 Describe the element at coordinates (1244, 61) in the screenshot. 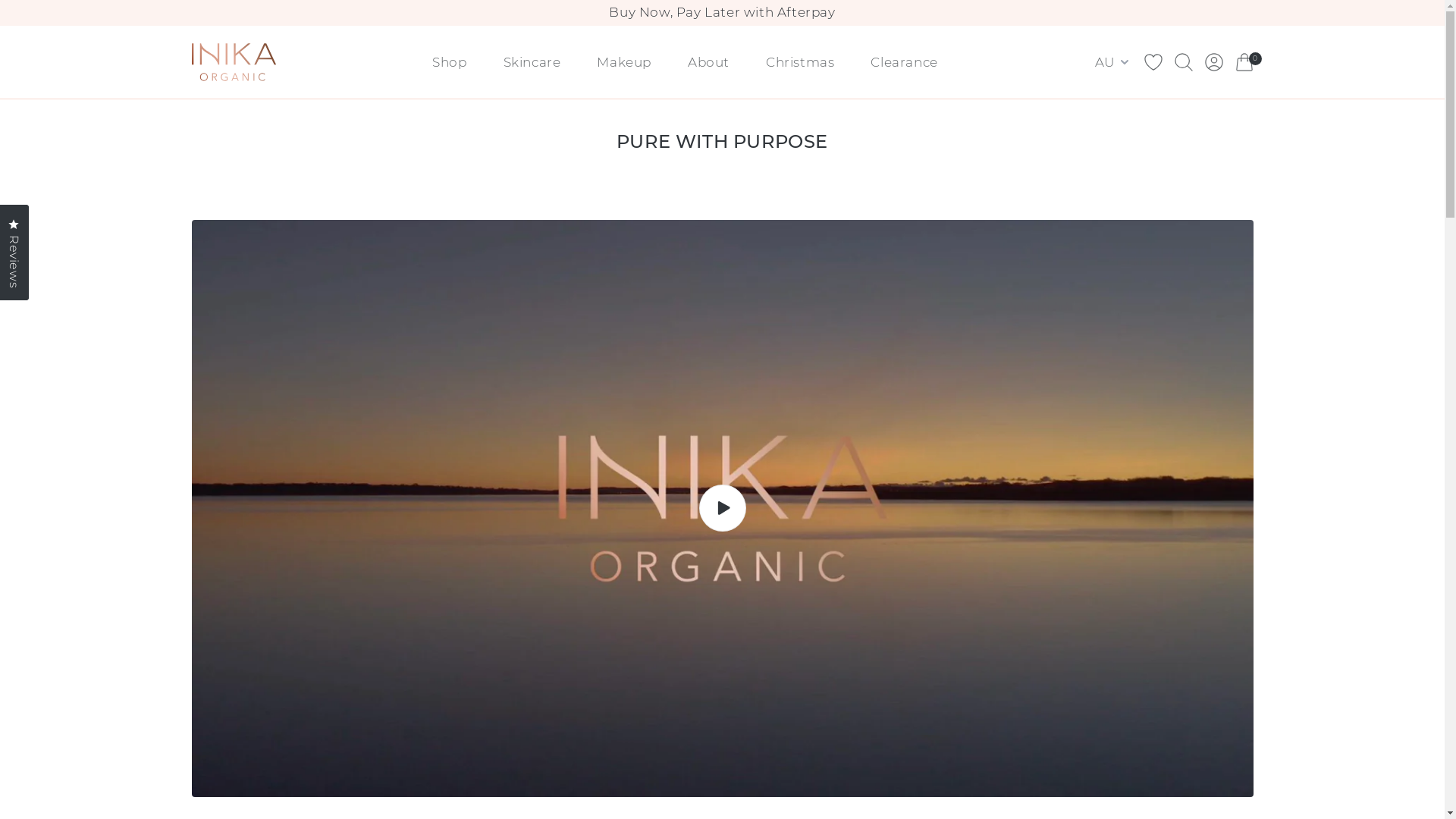

I see `'Cart Icon` at that location.